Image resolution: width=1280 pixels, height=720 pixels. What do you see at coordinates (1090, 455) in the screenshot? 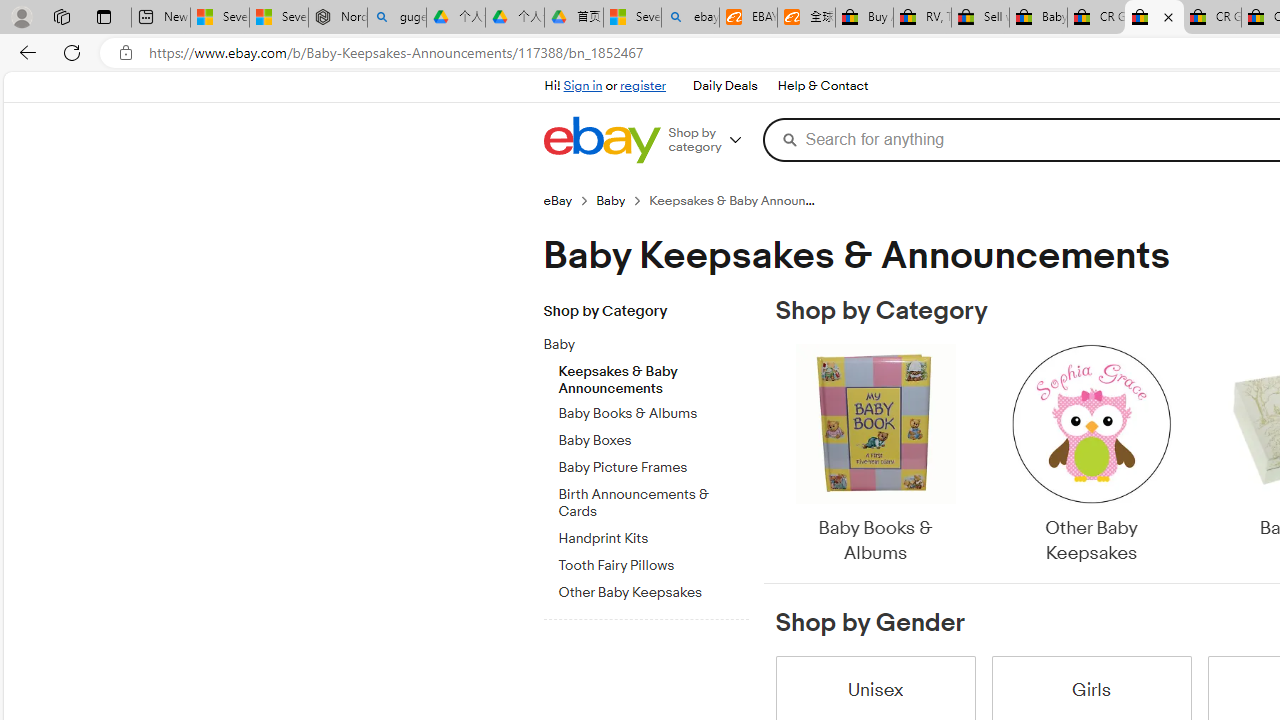
I see `'Other Baby Keepsakes'` at bounding box center [1090, 455].